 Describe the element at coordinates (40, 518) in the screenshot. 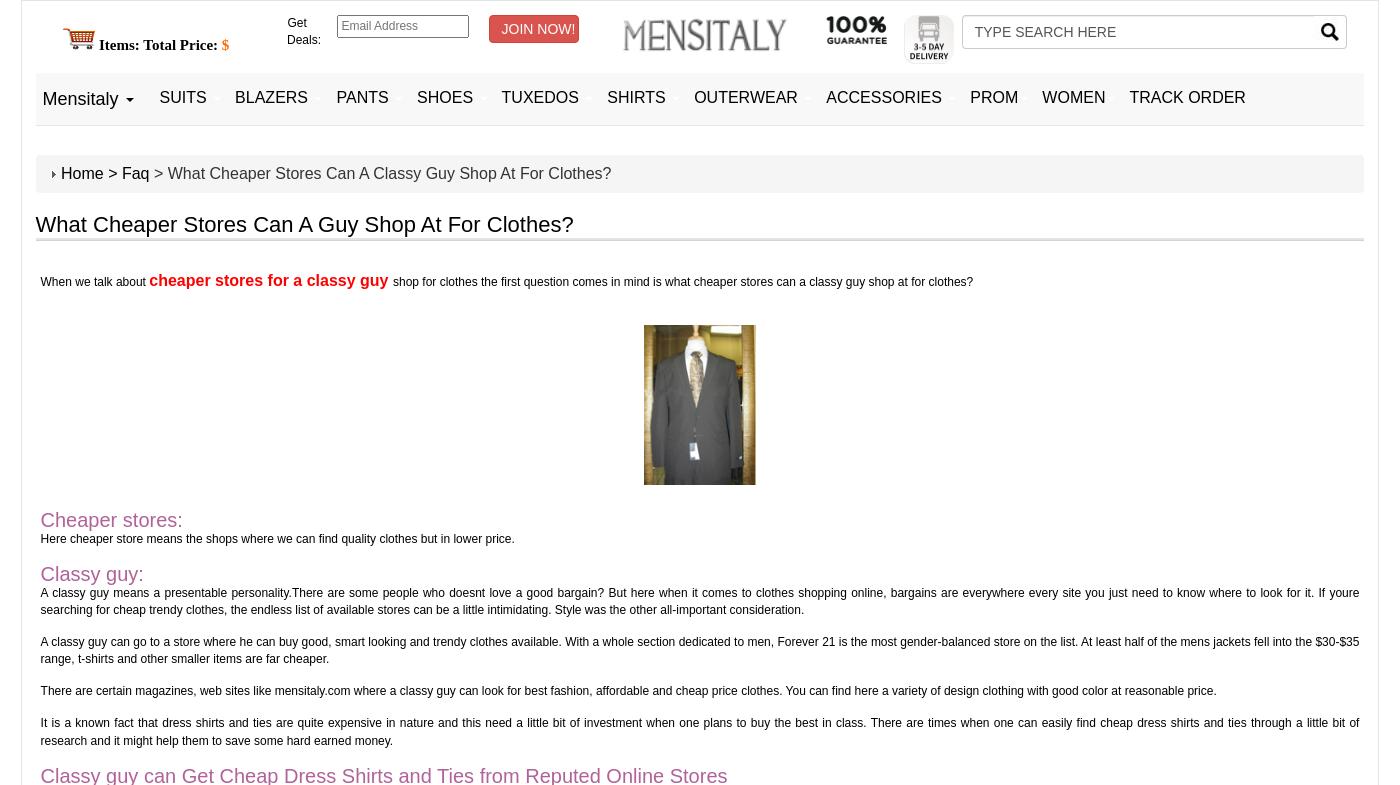

I see `'Cheaper stores:'` at that location.